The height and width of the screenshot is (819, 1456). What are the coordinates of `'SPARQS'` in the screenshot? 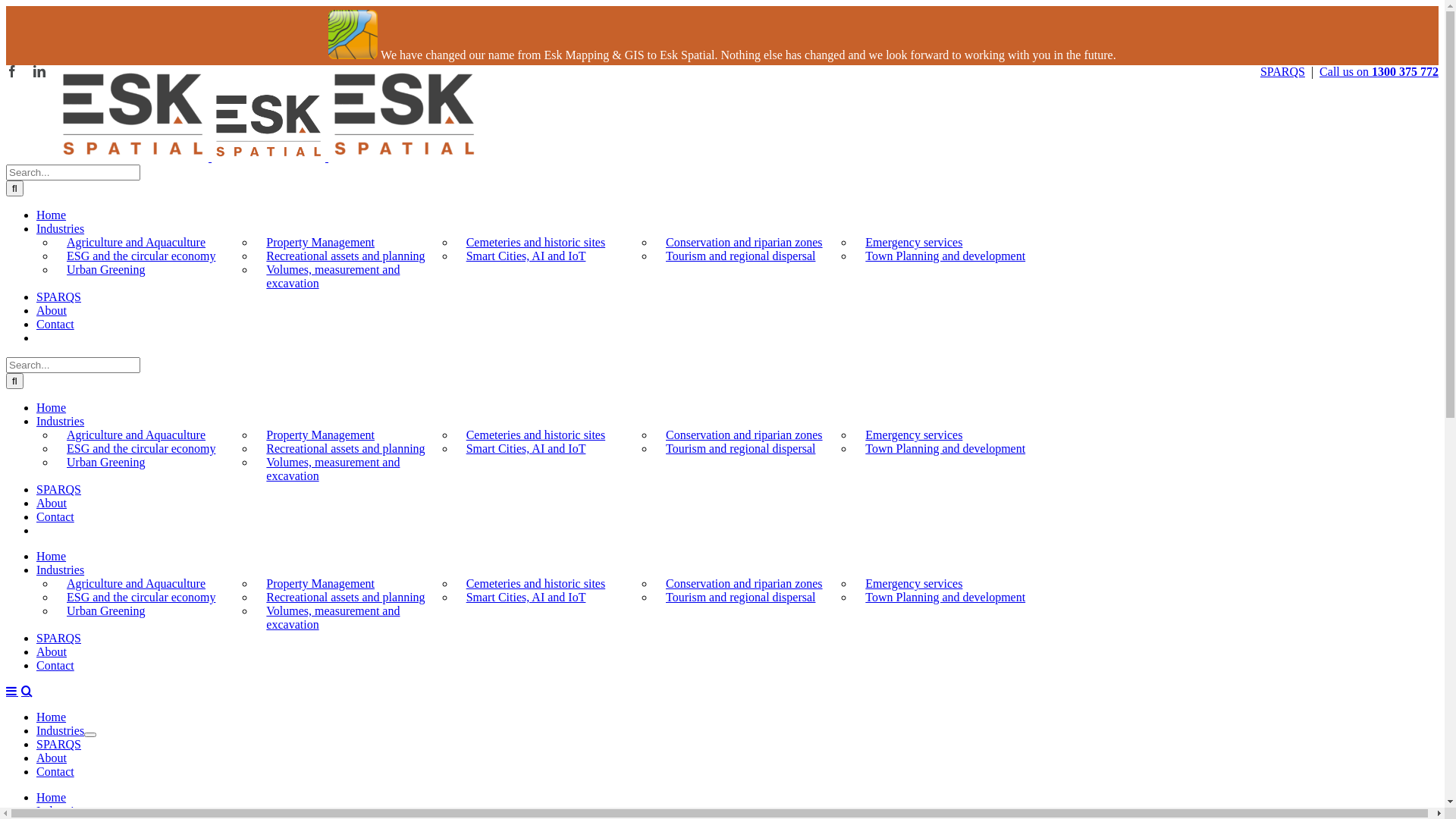 It's located at (58, 297).